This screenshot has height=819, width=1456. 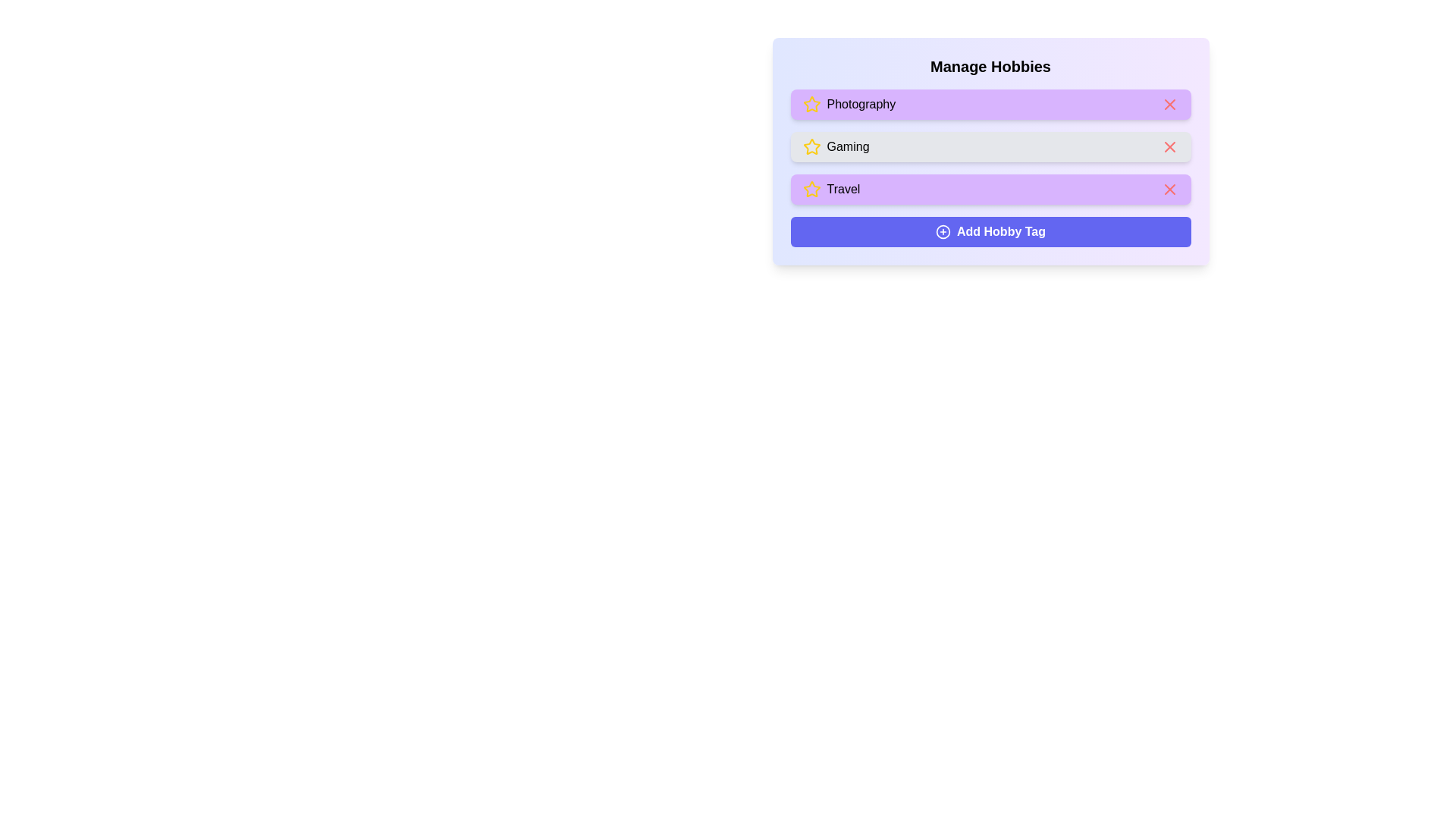 I want to click on the 'Add Hobby Tag' button to add a new hobby tag, so click(x=990, y=231).